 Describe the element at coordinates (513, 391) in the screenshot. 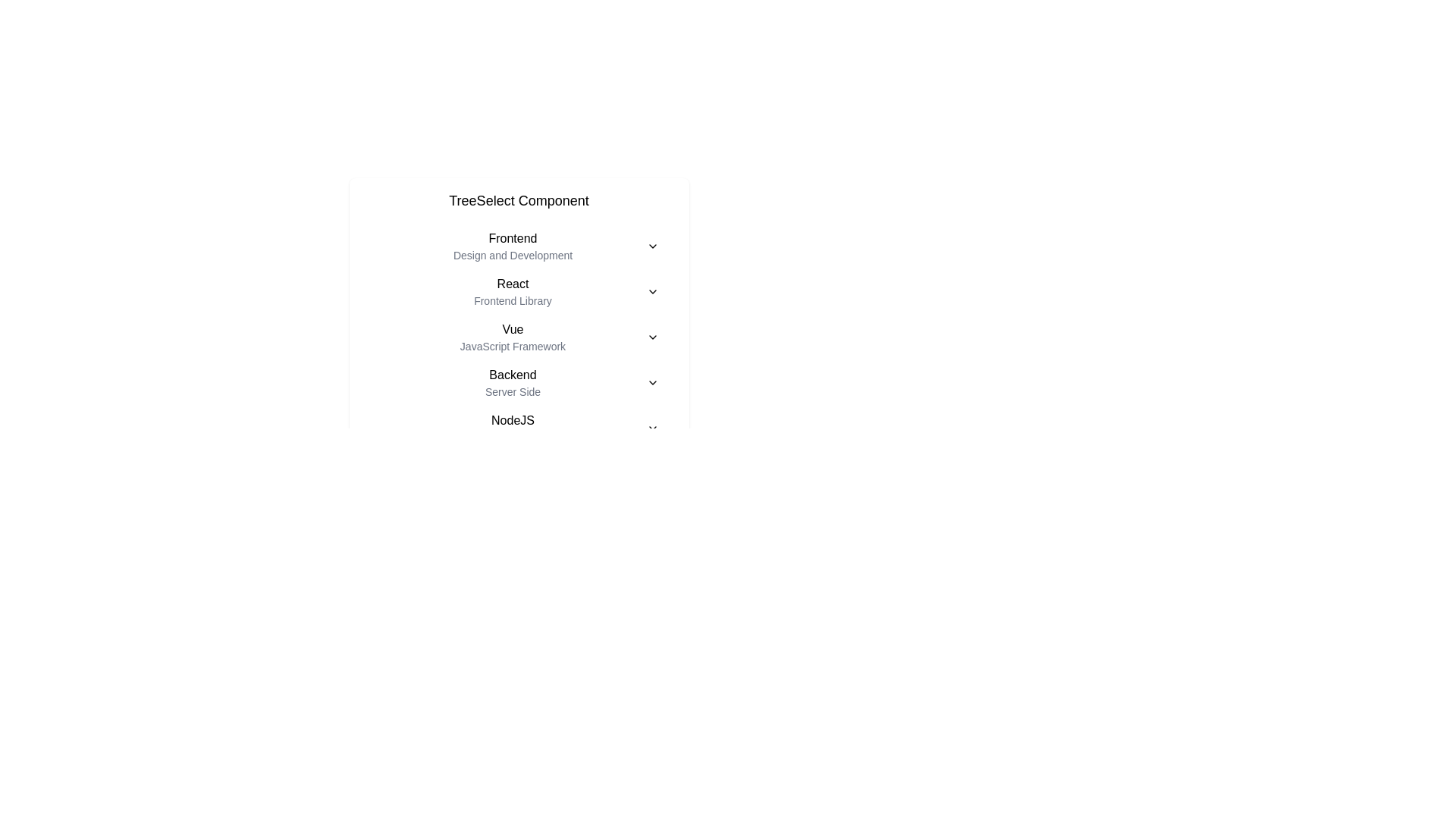

I see `the 'Server Side' text label, which is a sub-item of 'Backend' in the selectable menu` at that location.